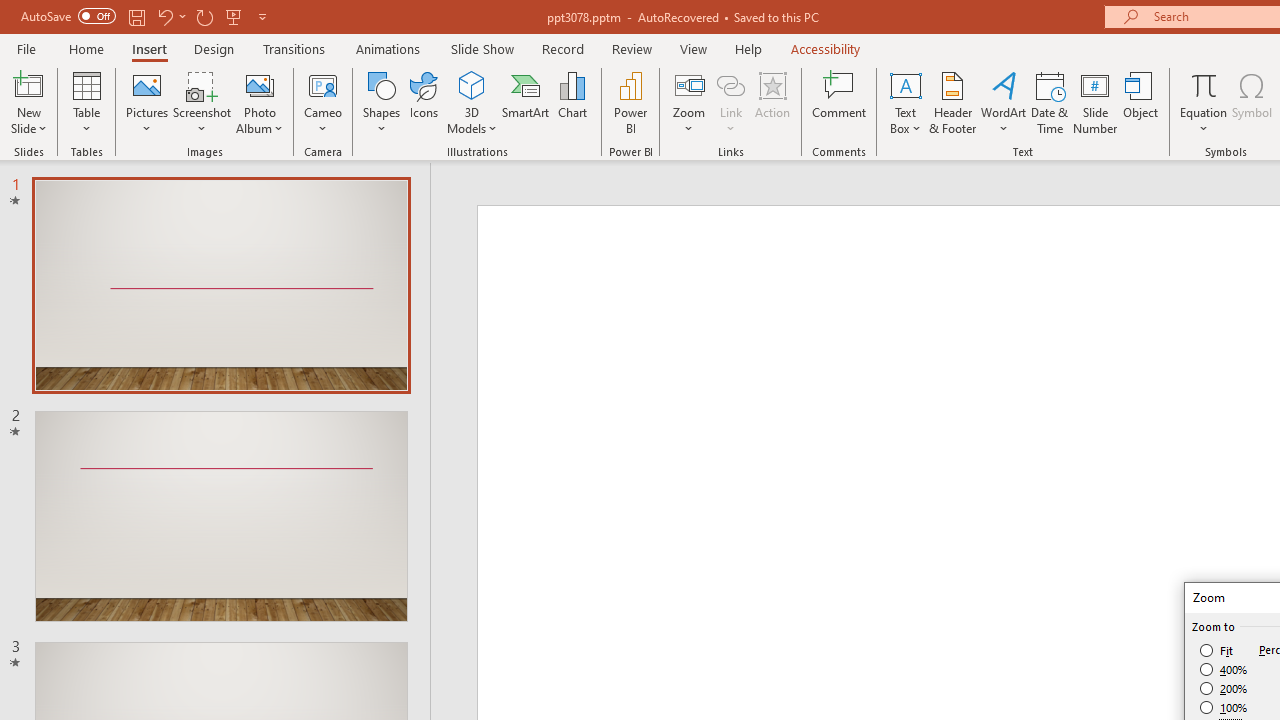  I want to click on 'Object...', so click(1141, 103).